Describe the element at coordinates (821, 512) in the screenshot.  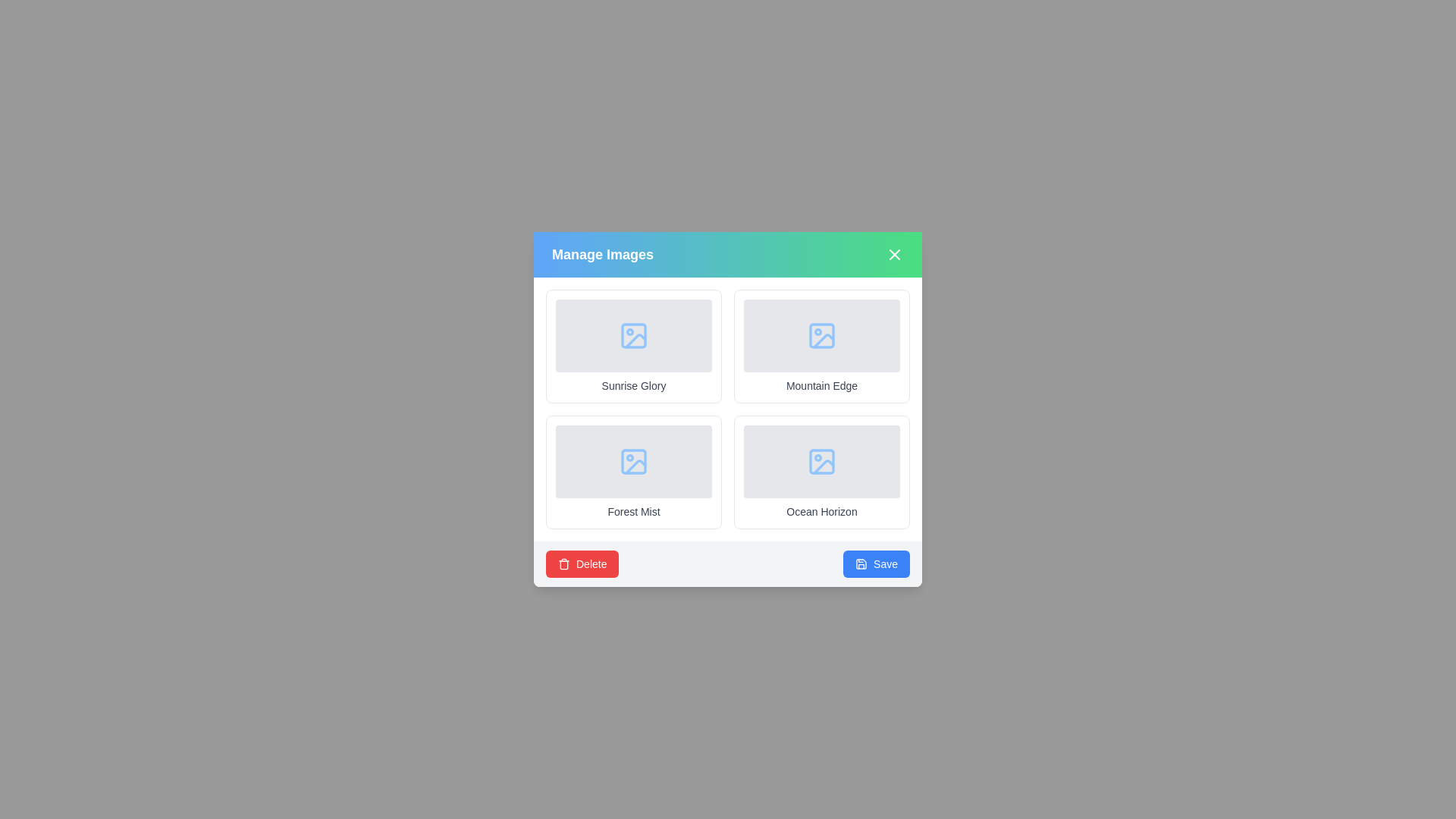
I see `the Text label located below the image placeholder in the bottom-right of a 2x2 grid layout within a modal window` at that location.